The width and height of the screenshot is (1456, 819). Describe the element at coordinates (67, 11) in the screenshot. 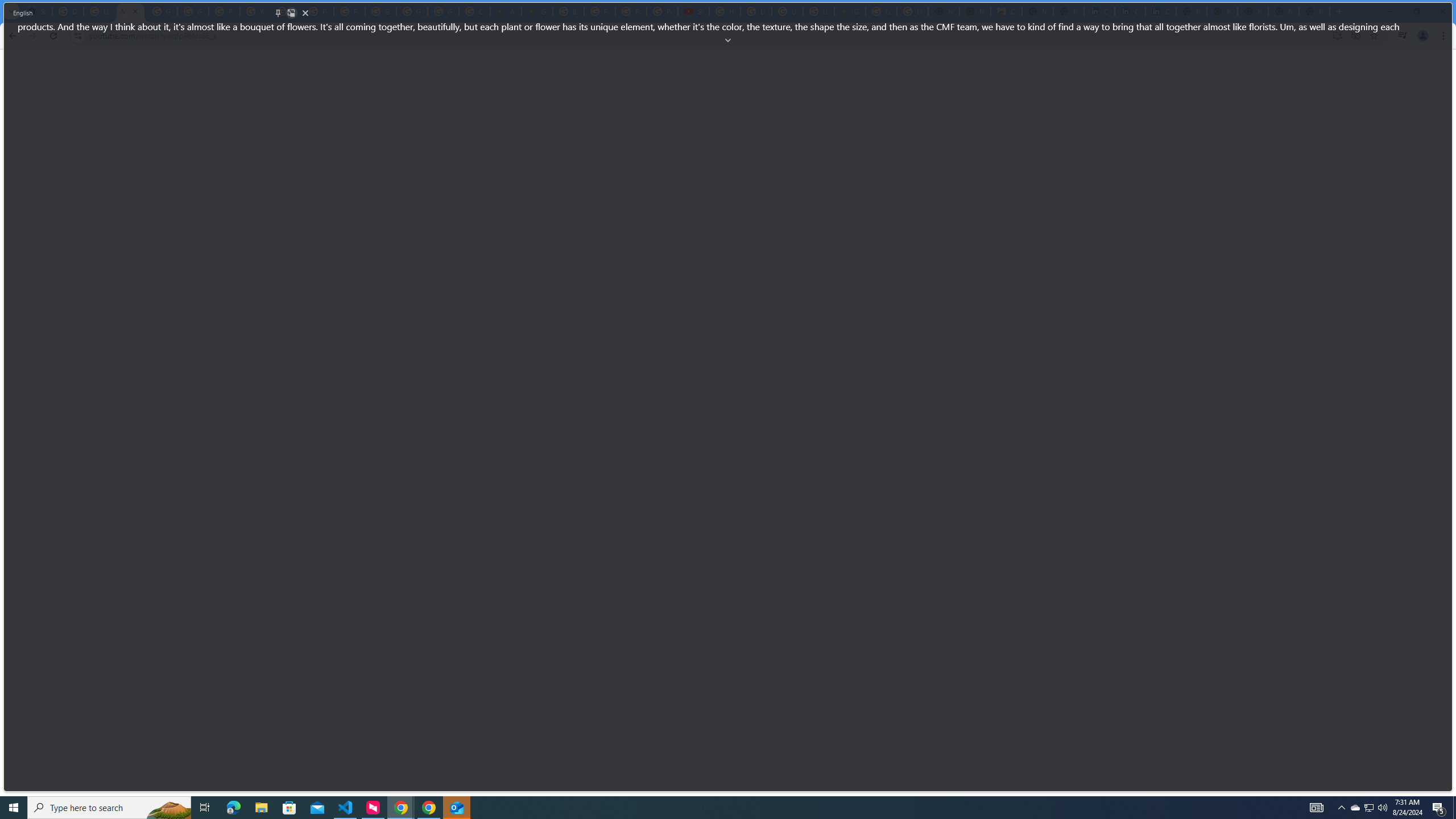

I see `'Delete photos & videos - Computer - Google Photos Help'` at that location.